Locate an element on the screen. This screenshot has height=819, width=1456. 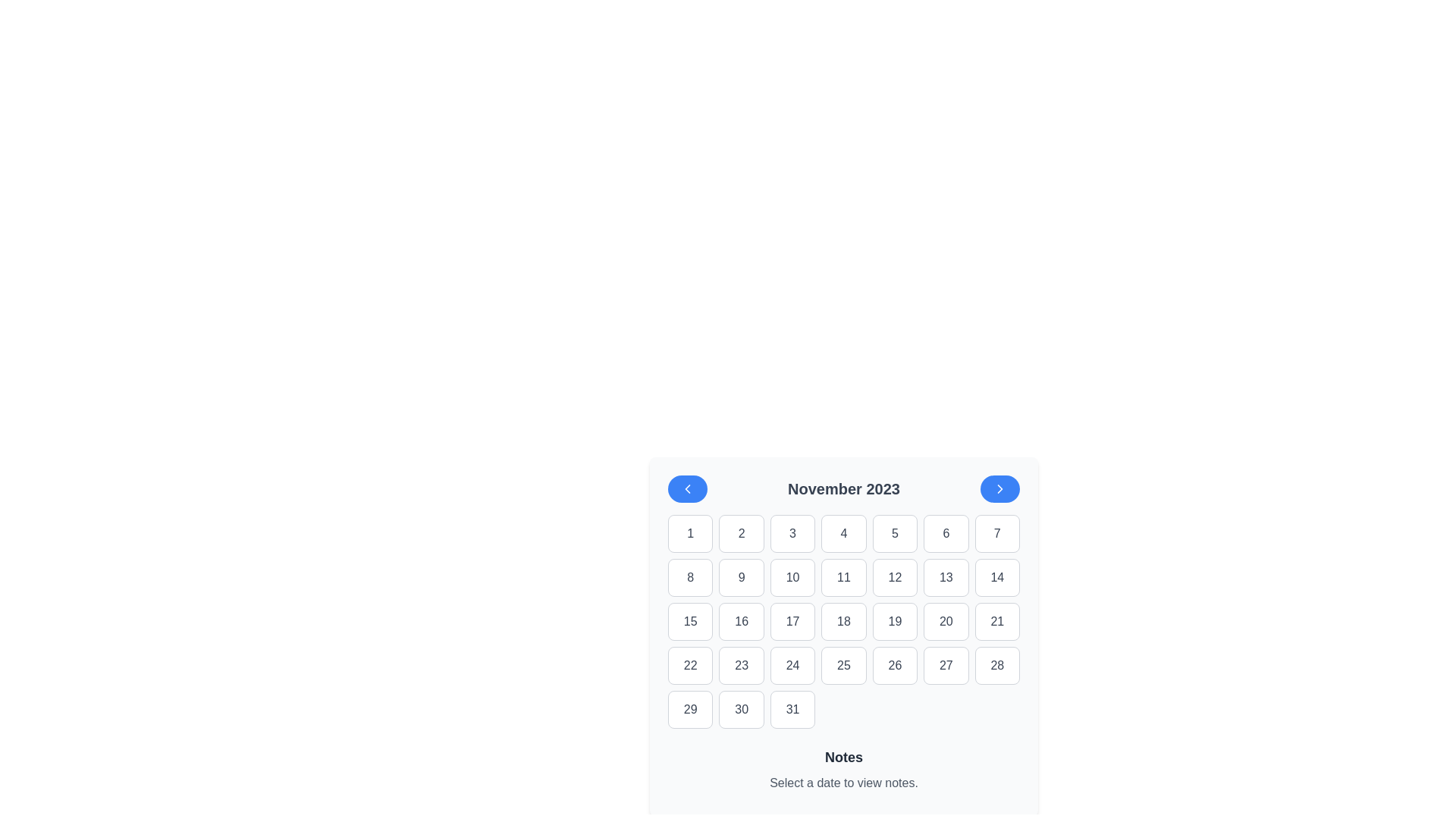
the button representing the 25th of November in the calendar interface to trigger the hover effect is located at coordinates (843, 665).